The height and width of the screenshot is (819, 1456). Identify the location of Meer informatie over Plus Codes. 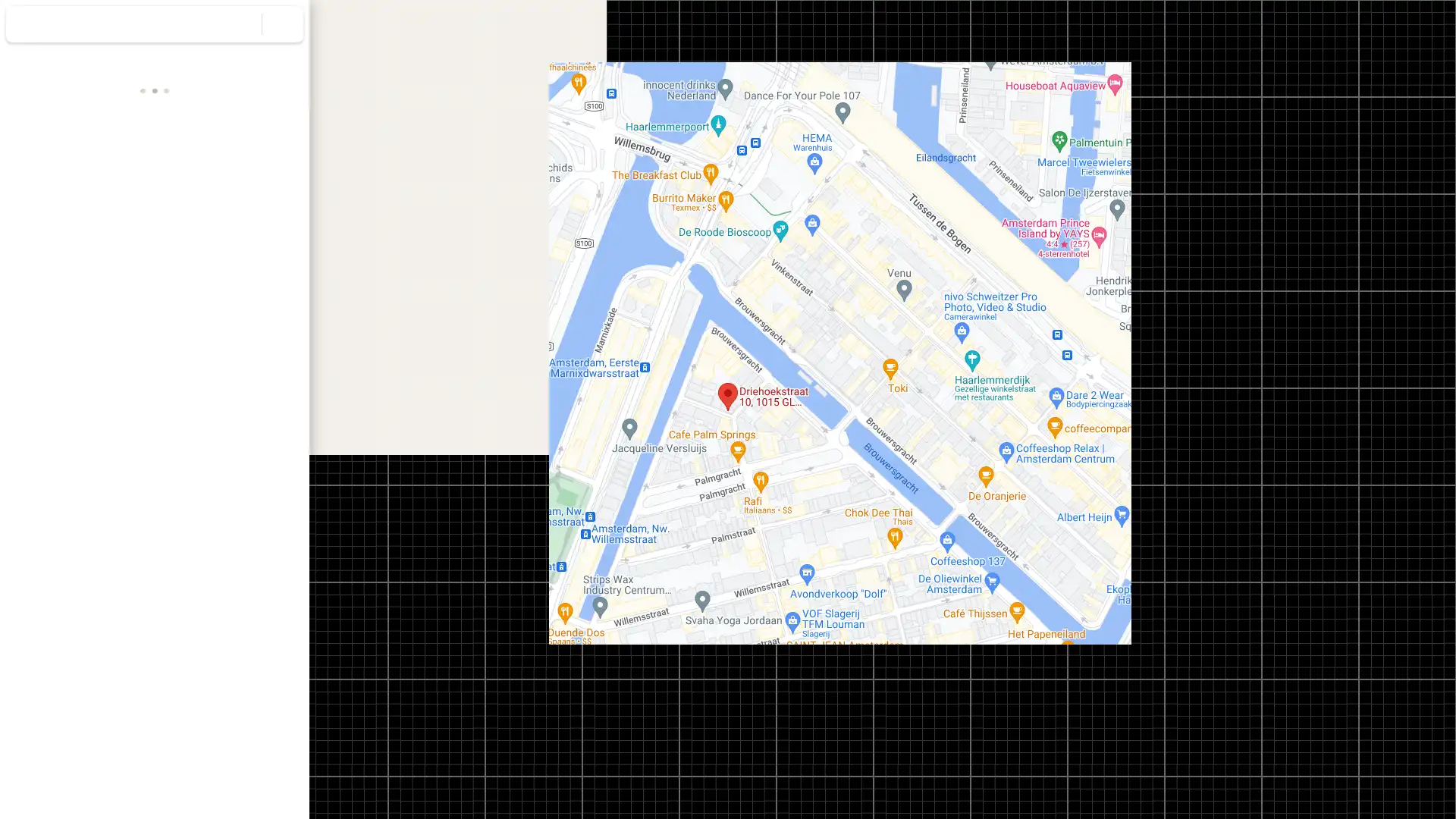
(290, 385).